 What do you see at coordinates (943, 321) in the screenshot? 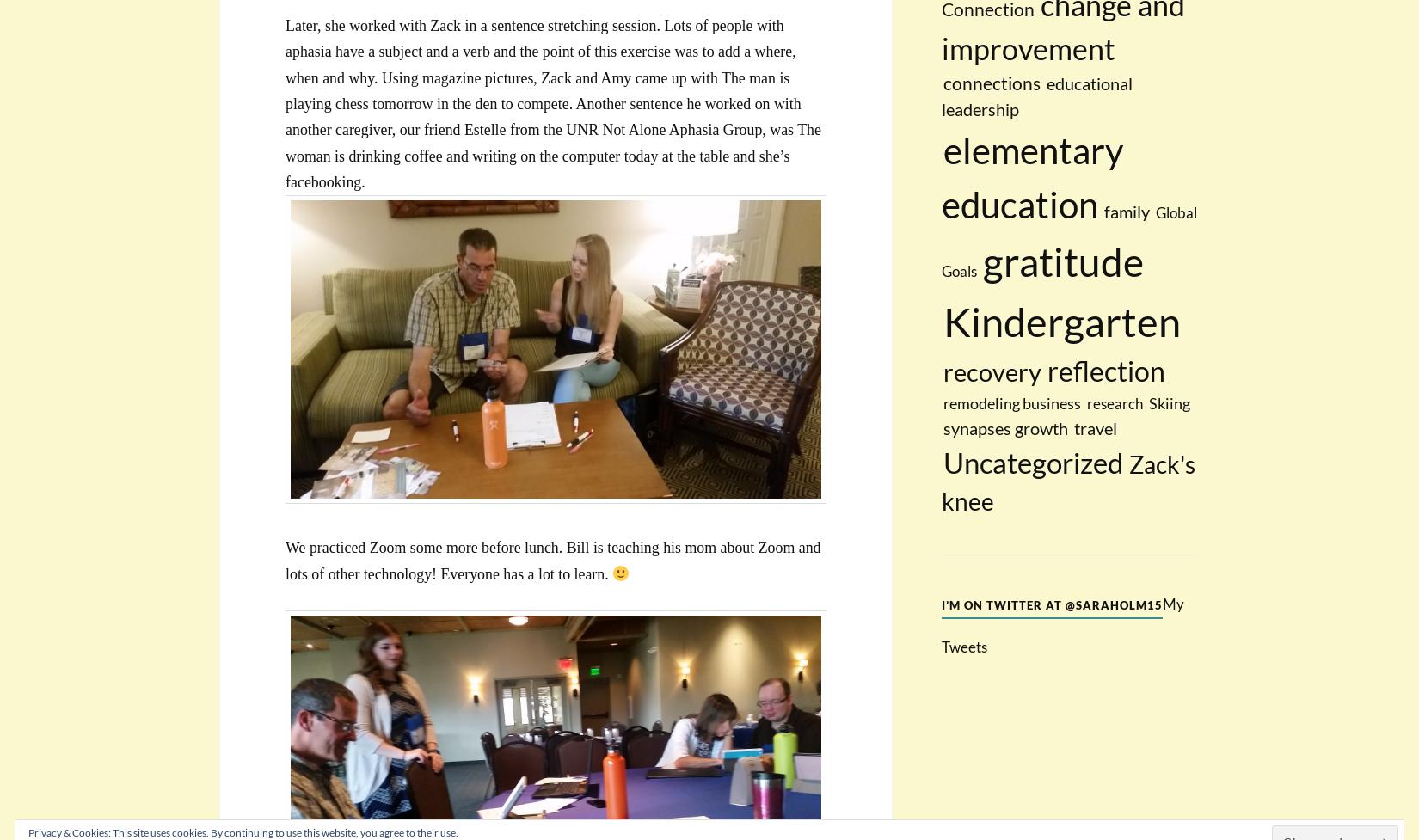
I see `'Kindergarten'` at bounding box center [943, 321].